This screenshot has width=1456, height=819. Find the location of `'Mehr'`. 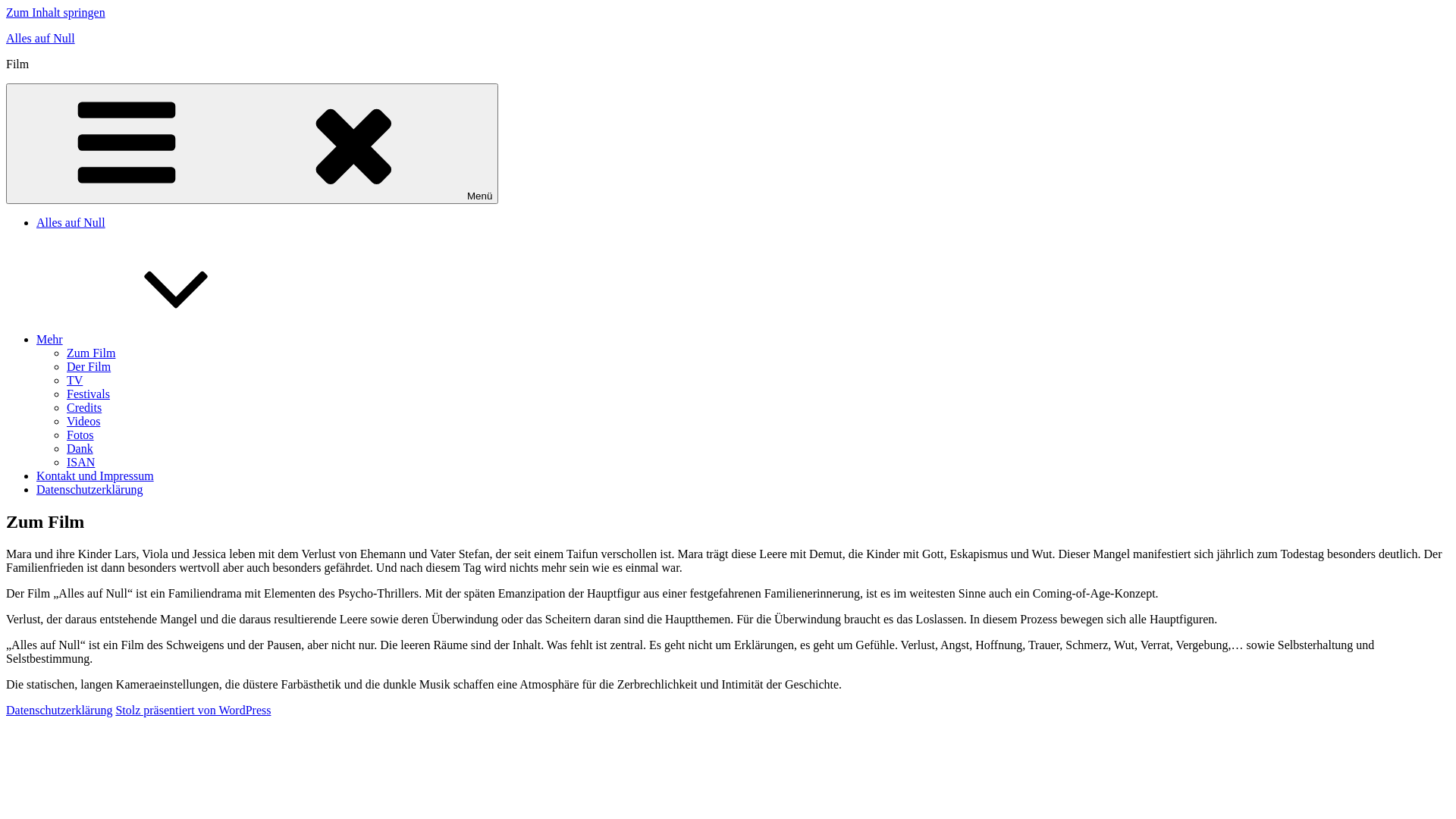

'Mehr' is located at coordinates (163, 338).